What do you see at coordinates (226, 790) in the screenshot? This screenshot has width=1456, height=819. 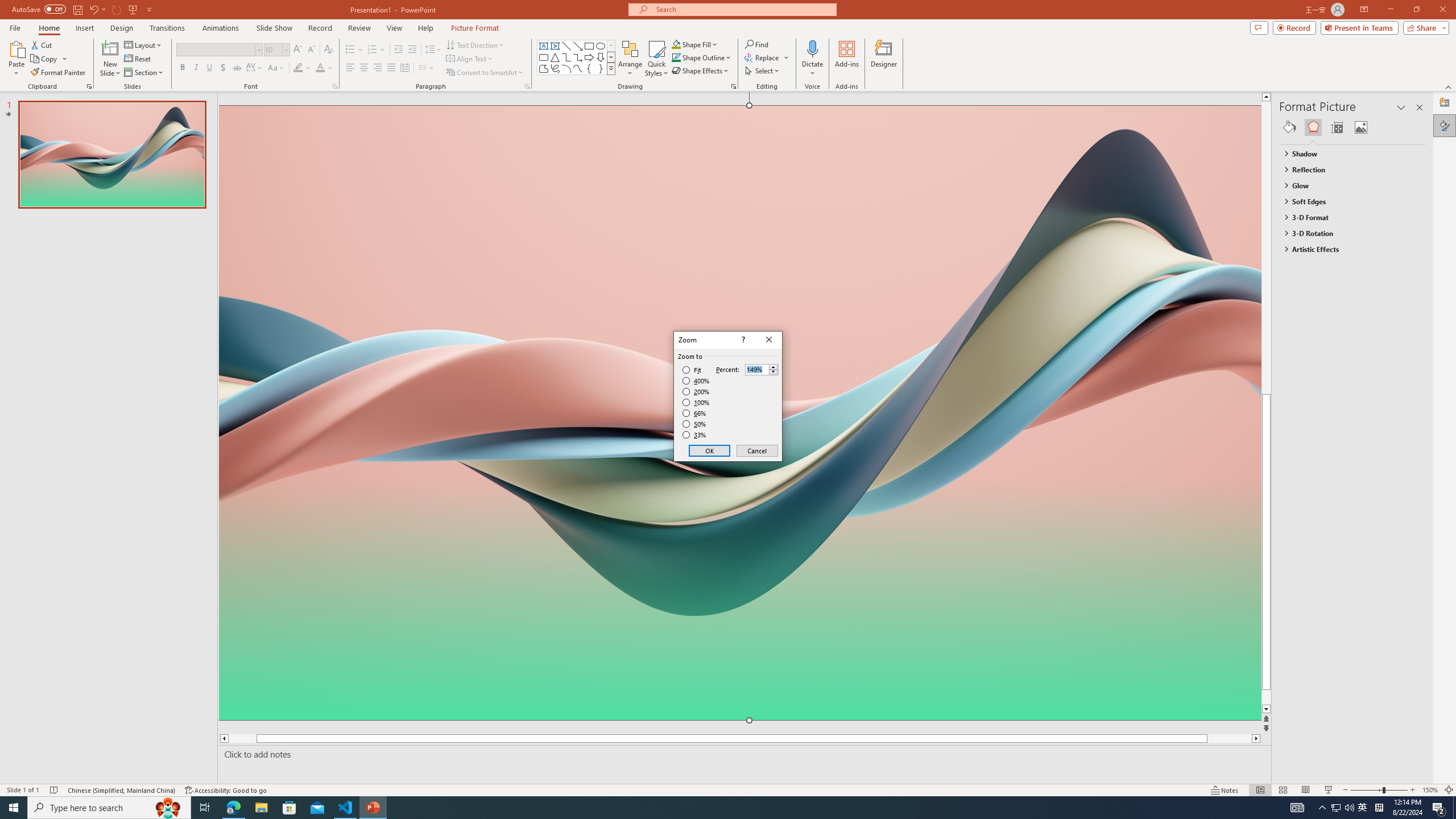 I see `'Accessibility Checker Accessibility: Good to go'` at bounding box center [226, 790].